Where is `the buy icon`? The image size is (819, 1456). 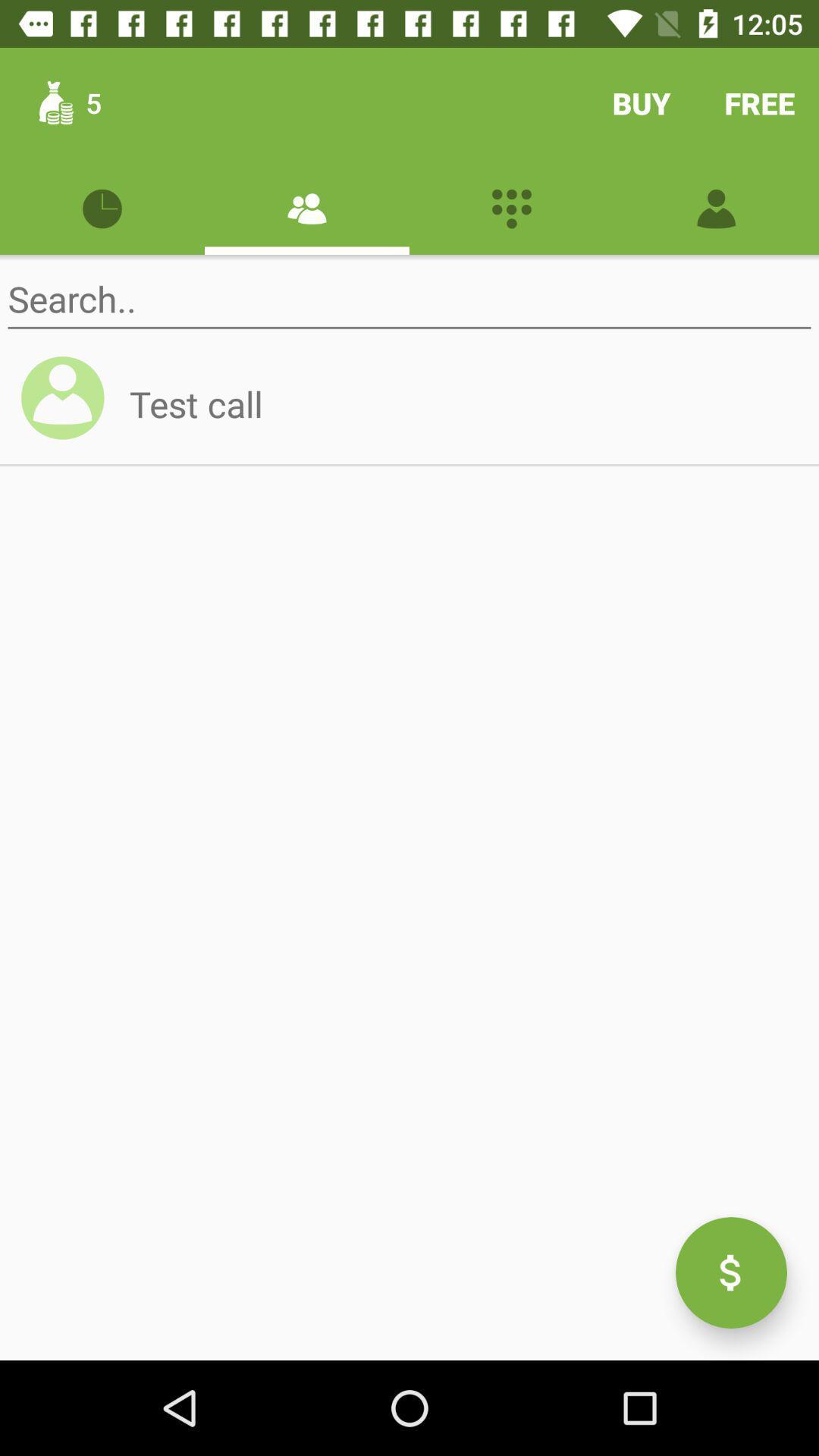 the buy icon is located at coordinates (641, 102).